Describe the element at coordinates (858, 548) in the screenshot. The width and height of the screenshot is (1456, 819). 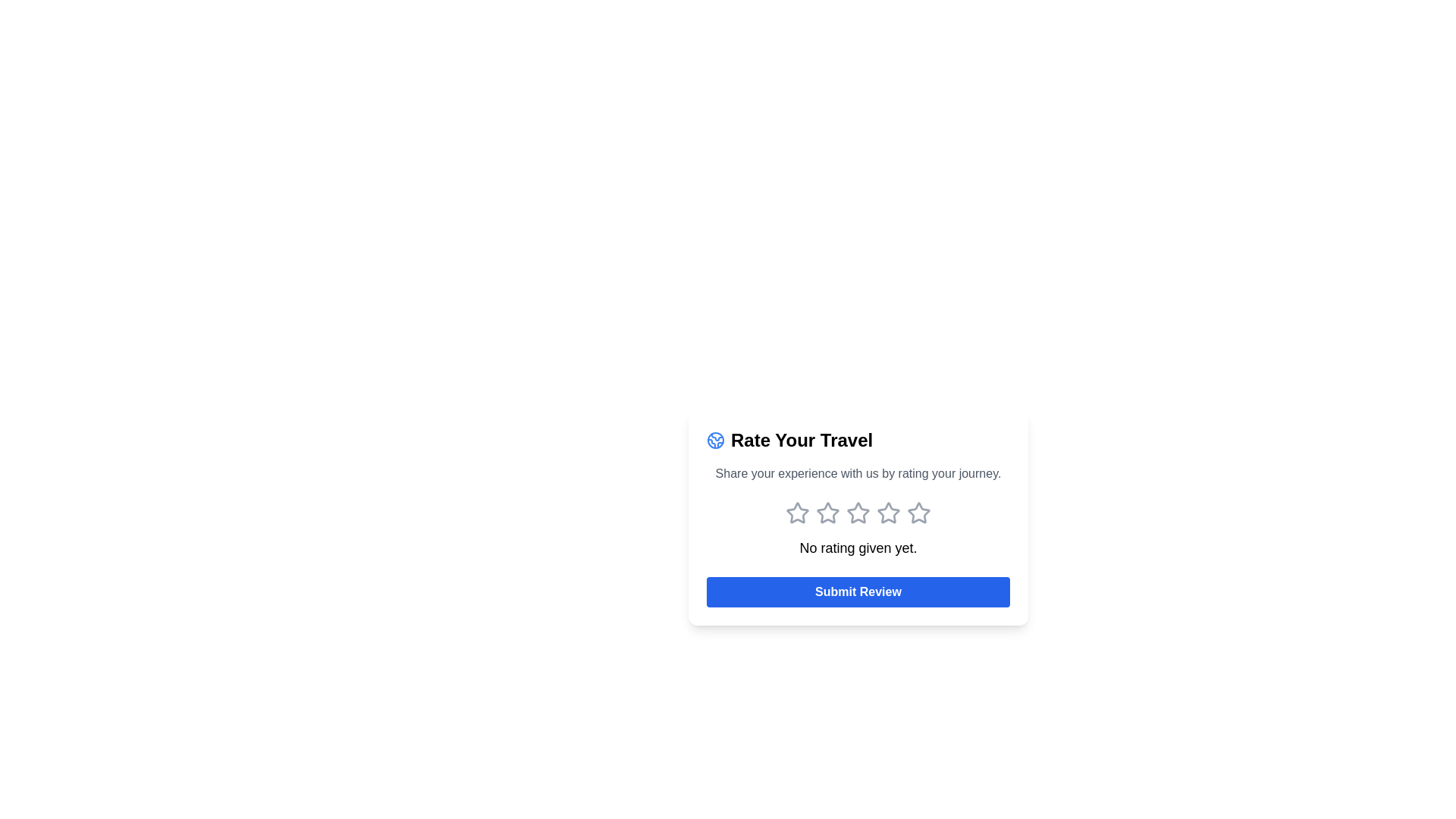
I see `the text label stating 'No rating given yet.' which is located below the star icons and above the 'Submit Review' button within the 'Rate Your Travel' card` at that location.